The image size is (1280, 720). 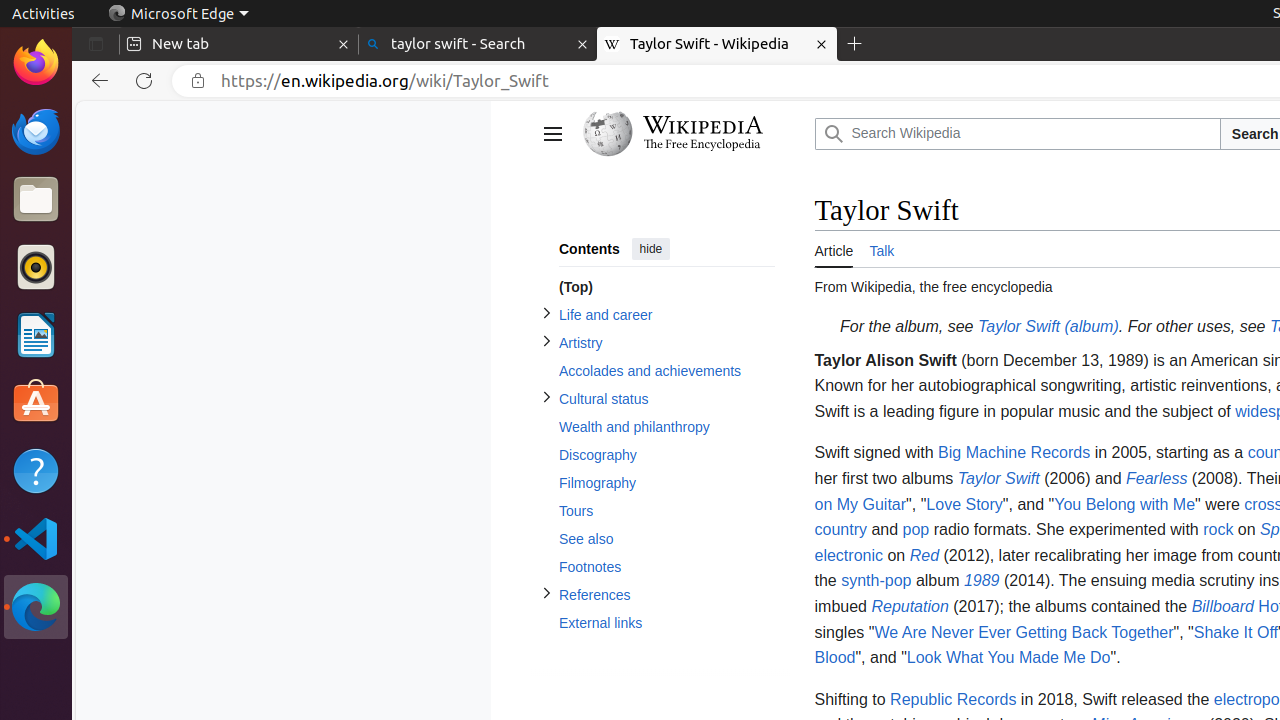 What do you see at coordinates (923, 554) in the screenshot?
I see `'Red'` at bounding box center [923, 554].